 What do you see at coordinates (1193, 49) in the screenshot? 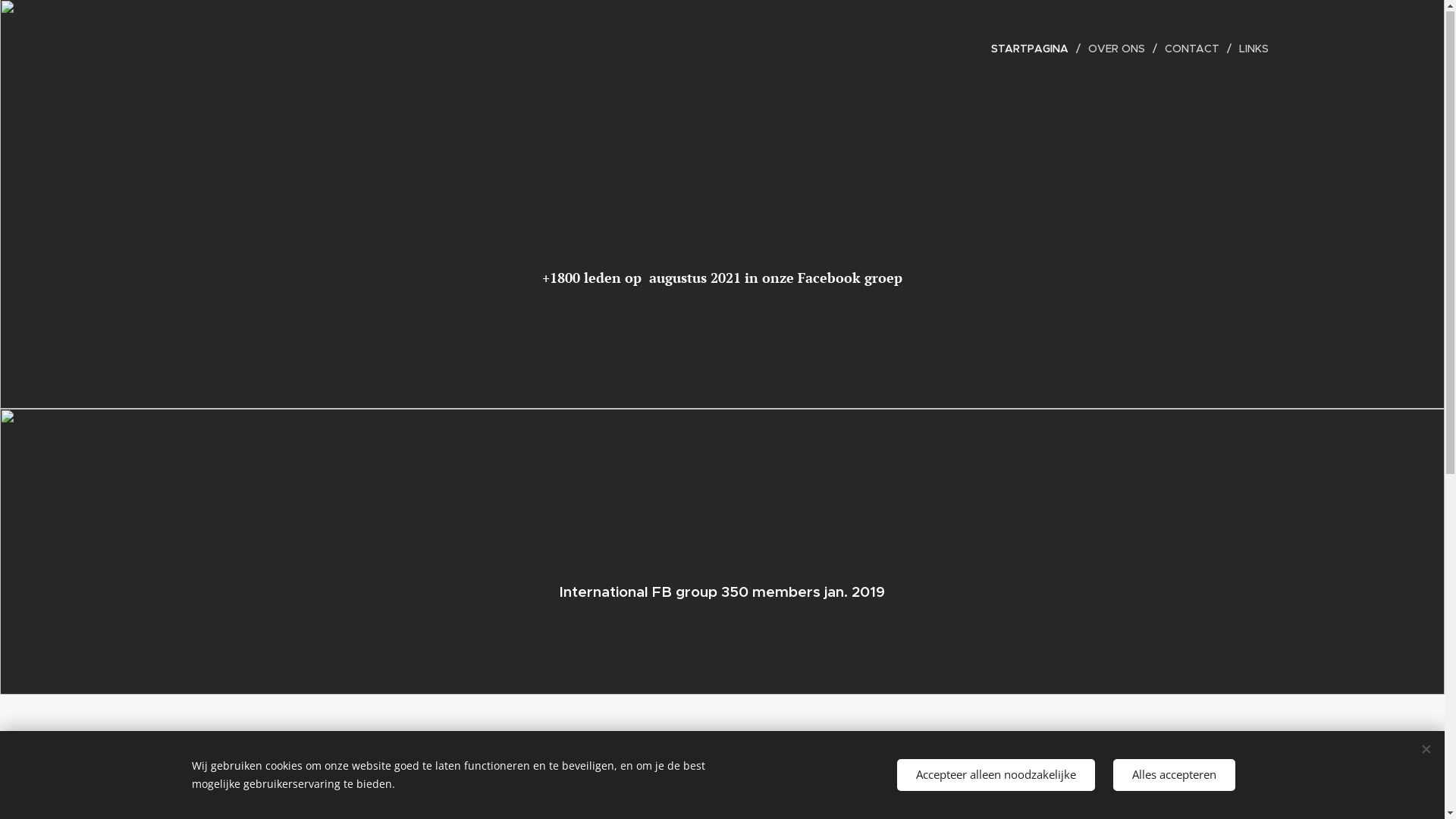
I see `'CONTACT'` at bounding box center [1193, 49].